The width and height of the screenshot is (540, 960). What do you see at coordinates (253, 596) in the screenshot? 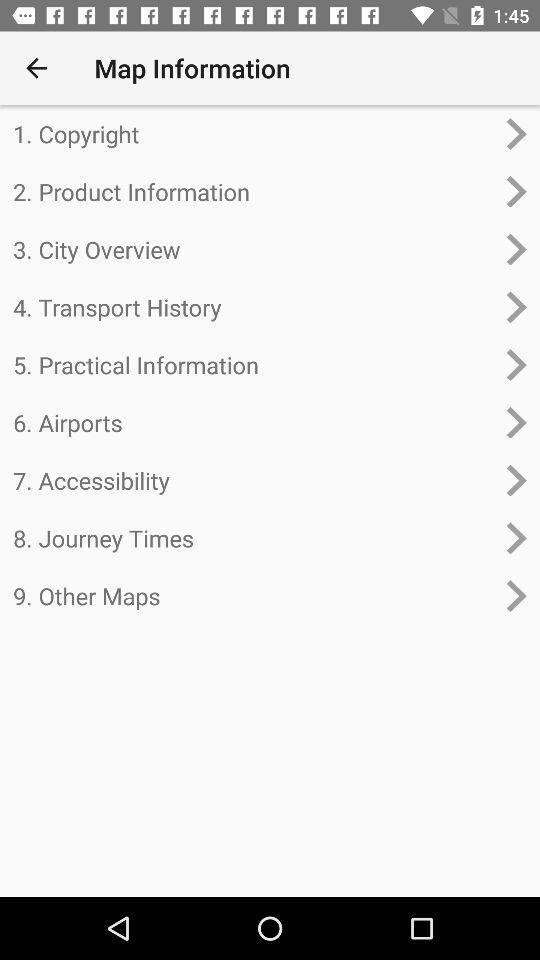
I see `9. other maps item` at bounding box center [253, 596].